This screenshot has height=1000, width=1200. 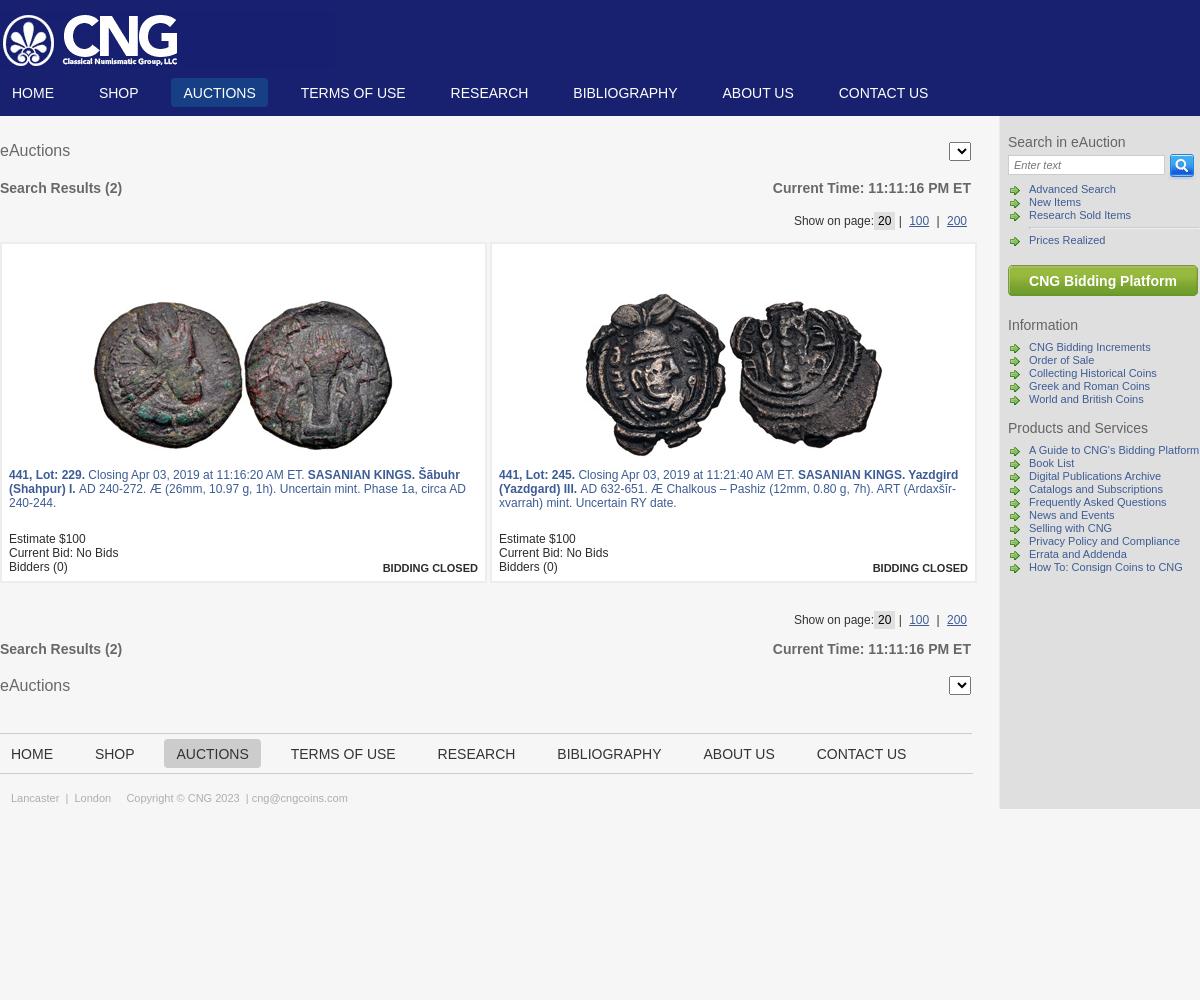 What do you see at coordinates (728, 481) in the screenshot?
I see `'SASANIAN KINGS. Yazdgird (Yazdgard) III.'` at bounding box center [728, 481].